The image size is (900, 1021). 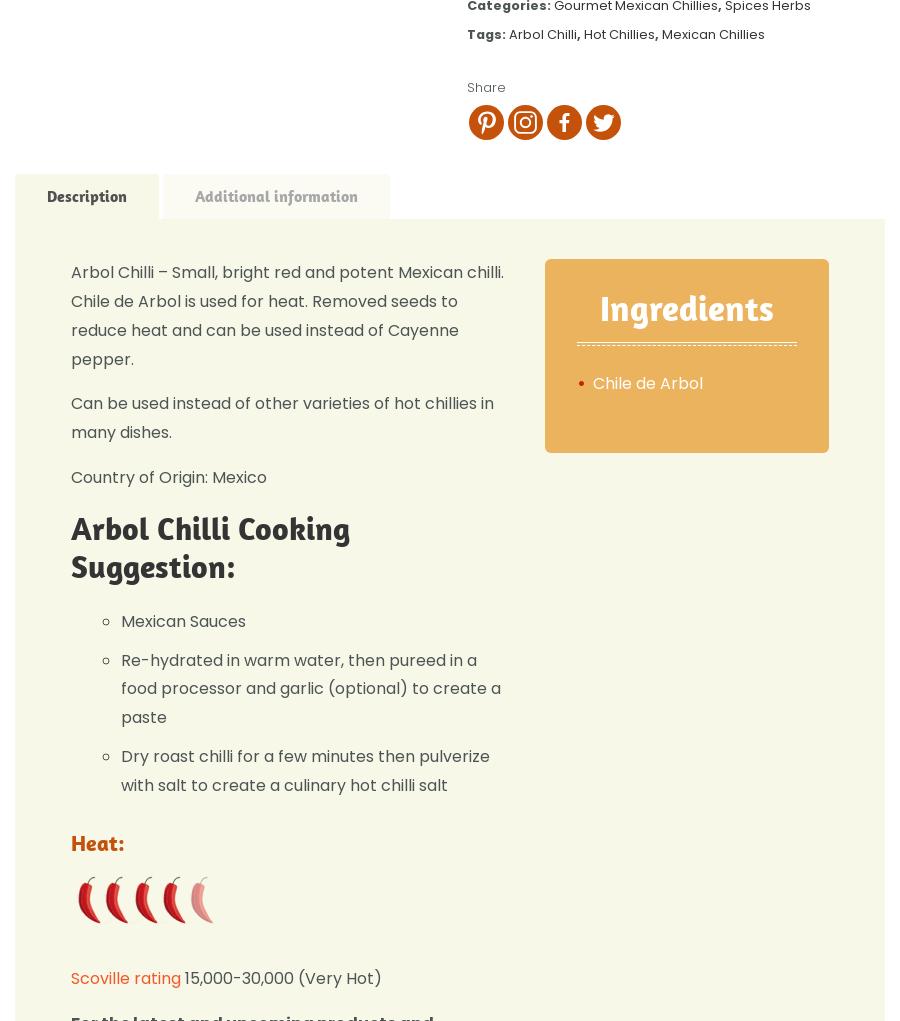 I want to click on 'Additional information', so click(x=275, y=195).